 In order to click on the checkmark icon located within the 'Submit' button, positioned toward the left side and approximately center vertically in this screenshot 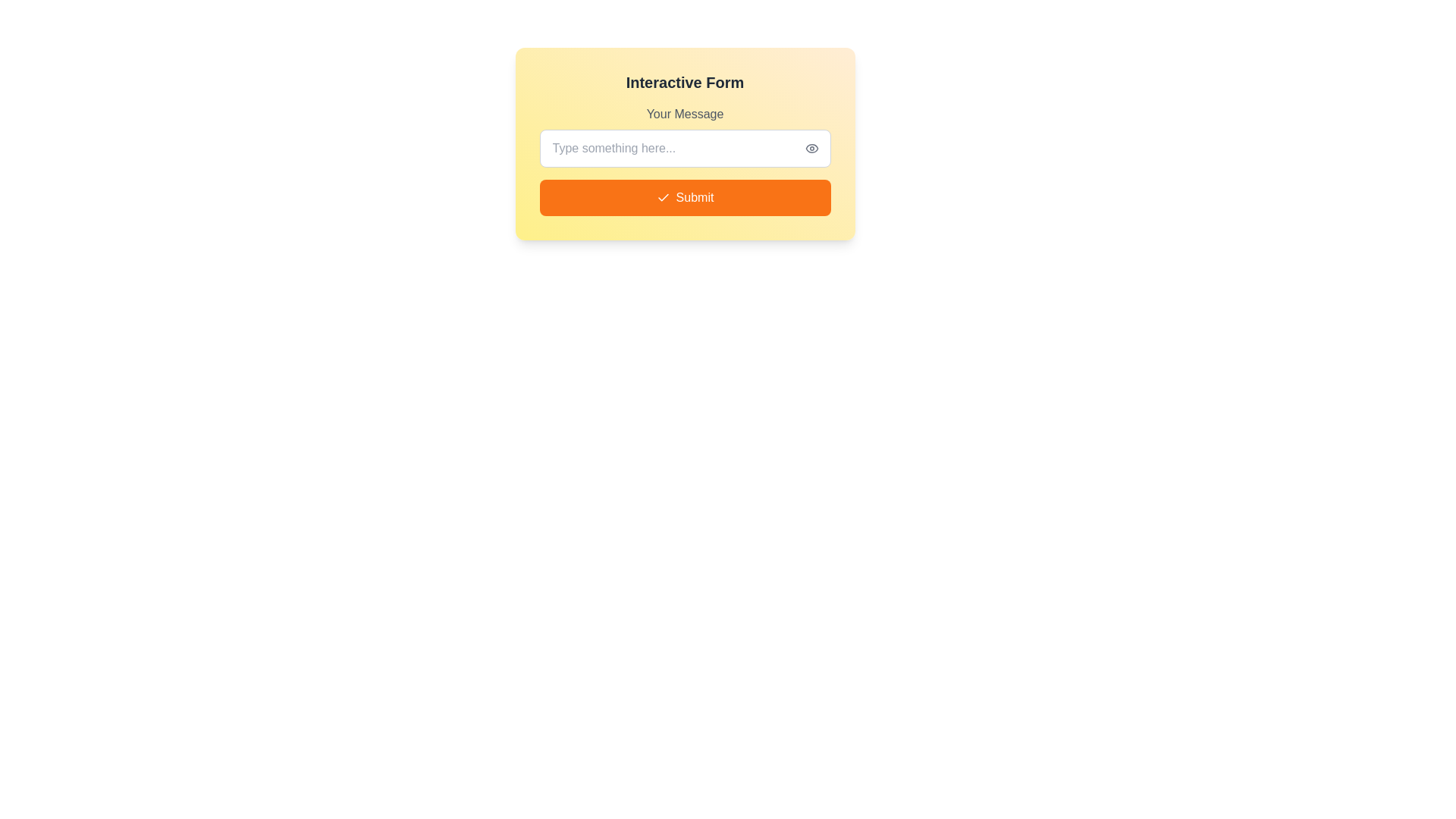, I will do `click(663, 197)`.